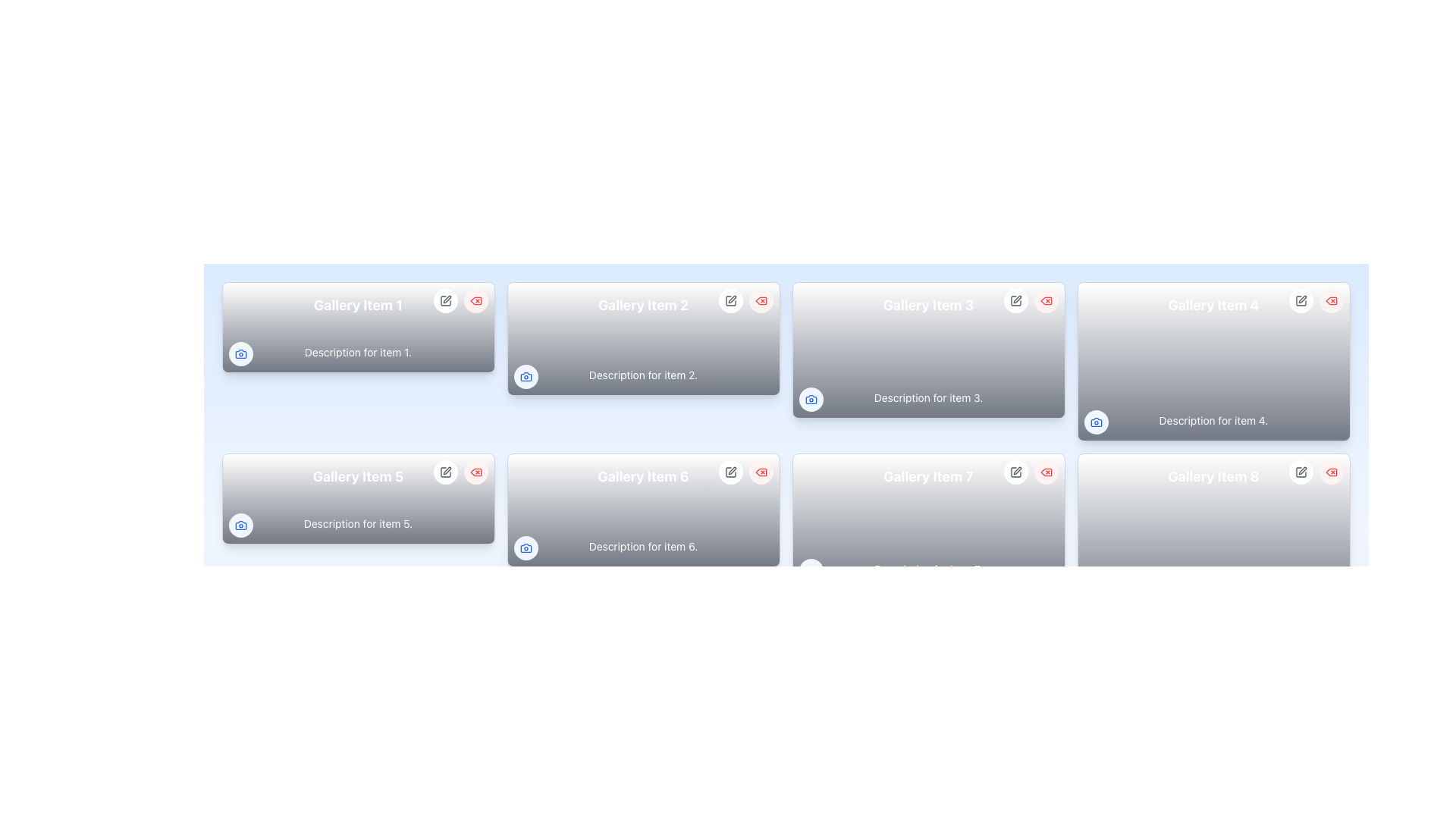 The image size is (1456, 819). What do you see at coordinates (240, 525) in the screenshot?
I see `the gallery icon located within the blue-shaded button at the bottom-left corner of the tile labeled 'Gallery Item 5'` at bounding box center [240, 525].